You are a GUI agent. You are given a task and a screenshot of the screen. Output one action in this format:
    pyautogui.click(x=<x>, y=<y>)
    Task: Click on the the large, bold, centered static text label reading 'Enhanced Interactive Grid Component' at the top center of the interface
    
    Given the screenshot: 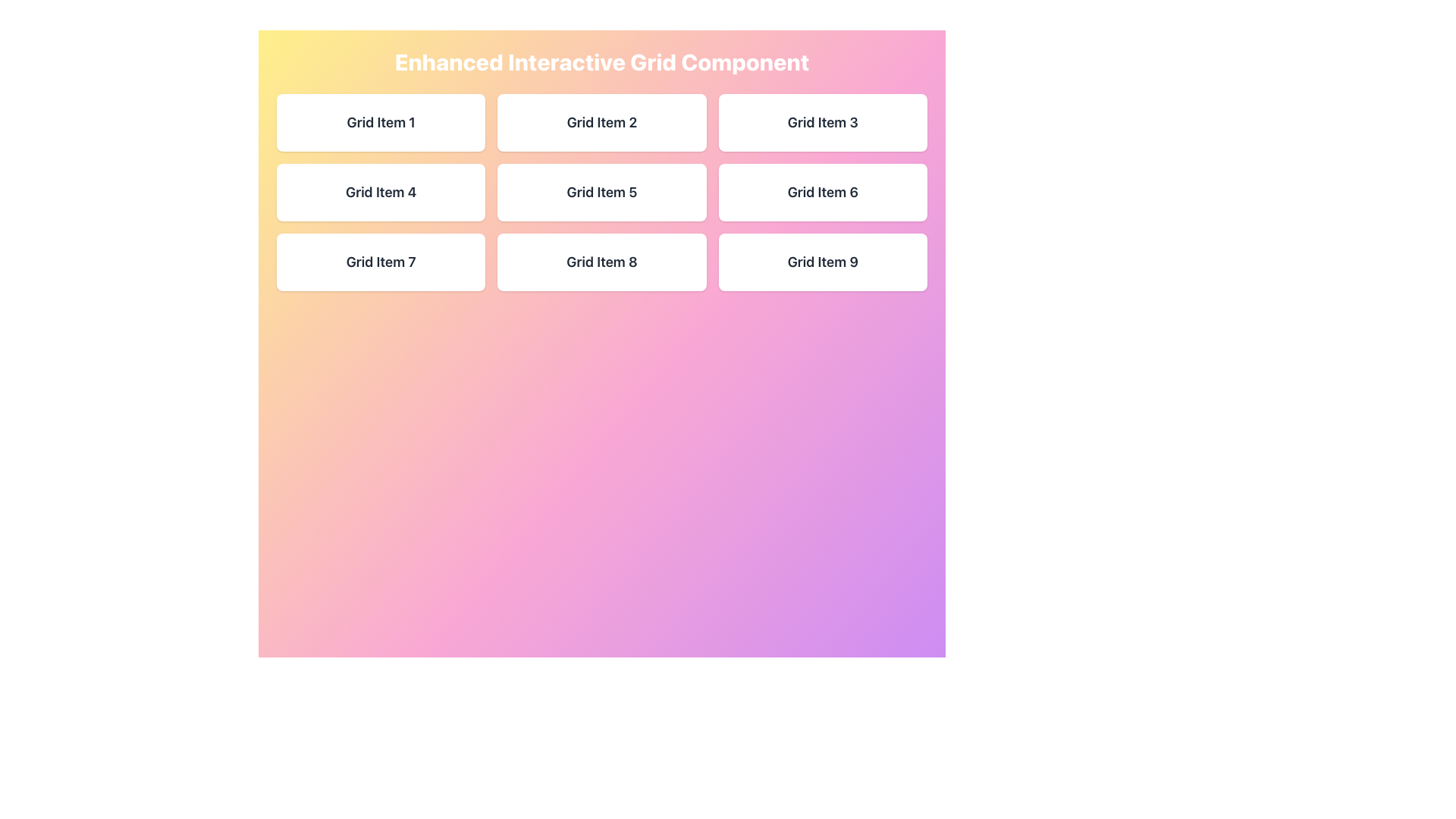 What is the action you would take?
    pyautogui.click(x=601, y=61)
    